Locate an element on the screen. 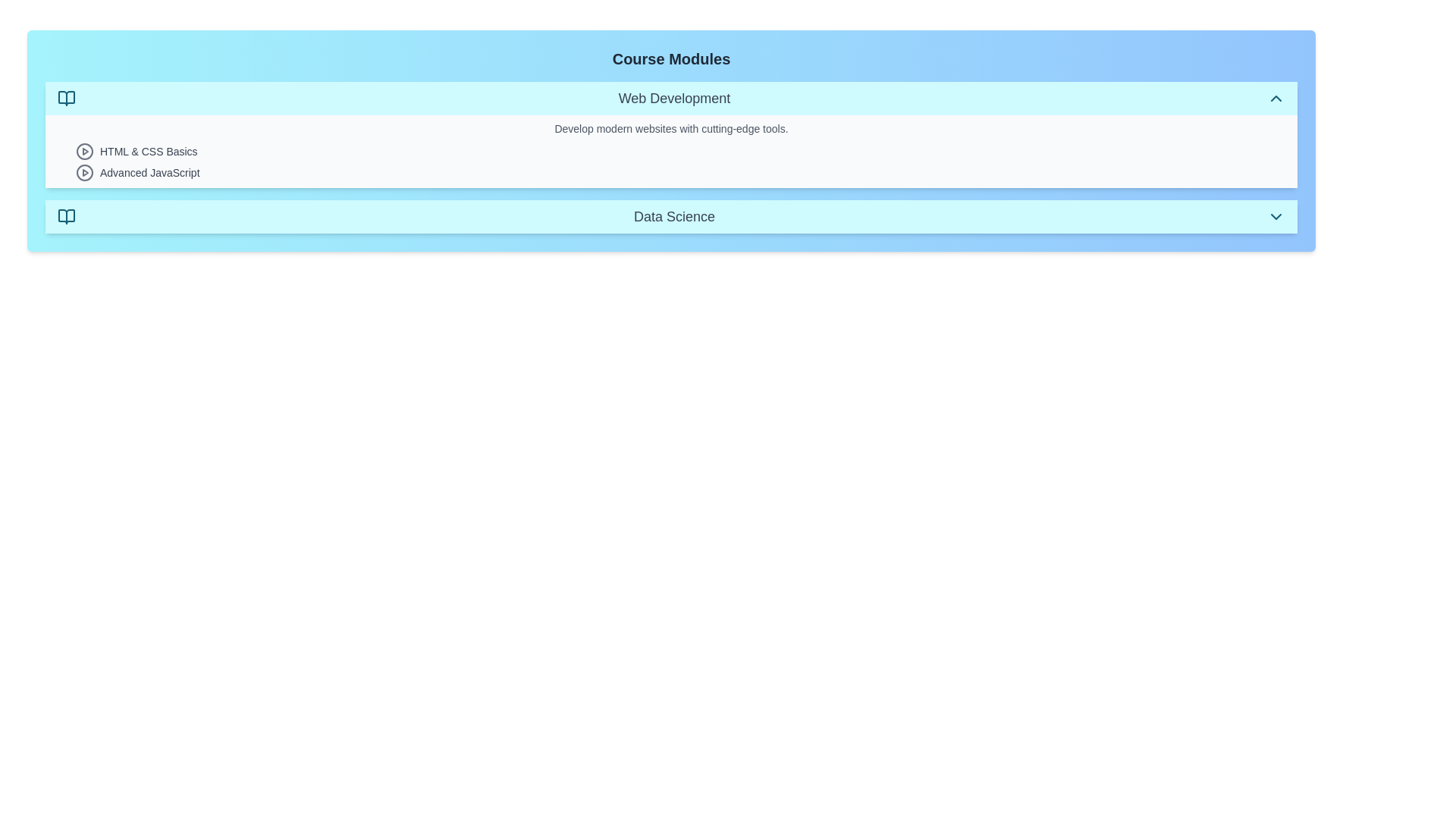  the text label displaying 'Develop modern websites with cutting-edge tools.' which is located centrally above the topics 'HTML & CSS Basics' and 'Advanced JavaScript' is located at coordinates (670, 127).